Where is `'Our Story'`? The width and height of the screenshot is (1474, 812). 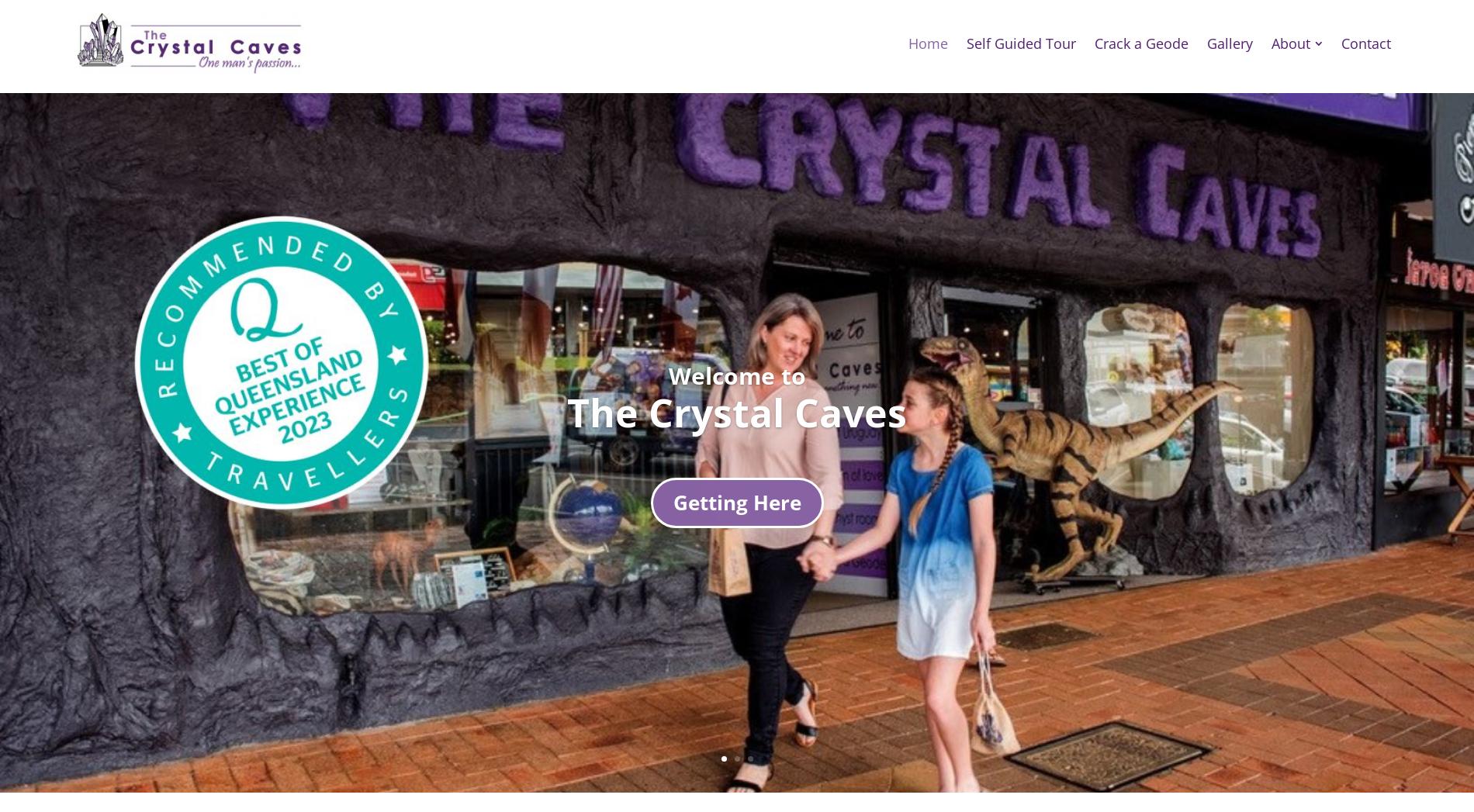
'Our Story' is located at coordinates (1317, 100).